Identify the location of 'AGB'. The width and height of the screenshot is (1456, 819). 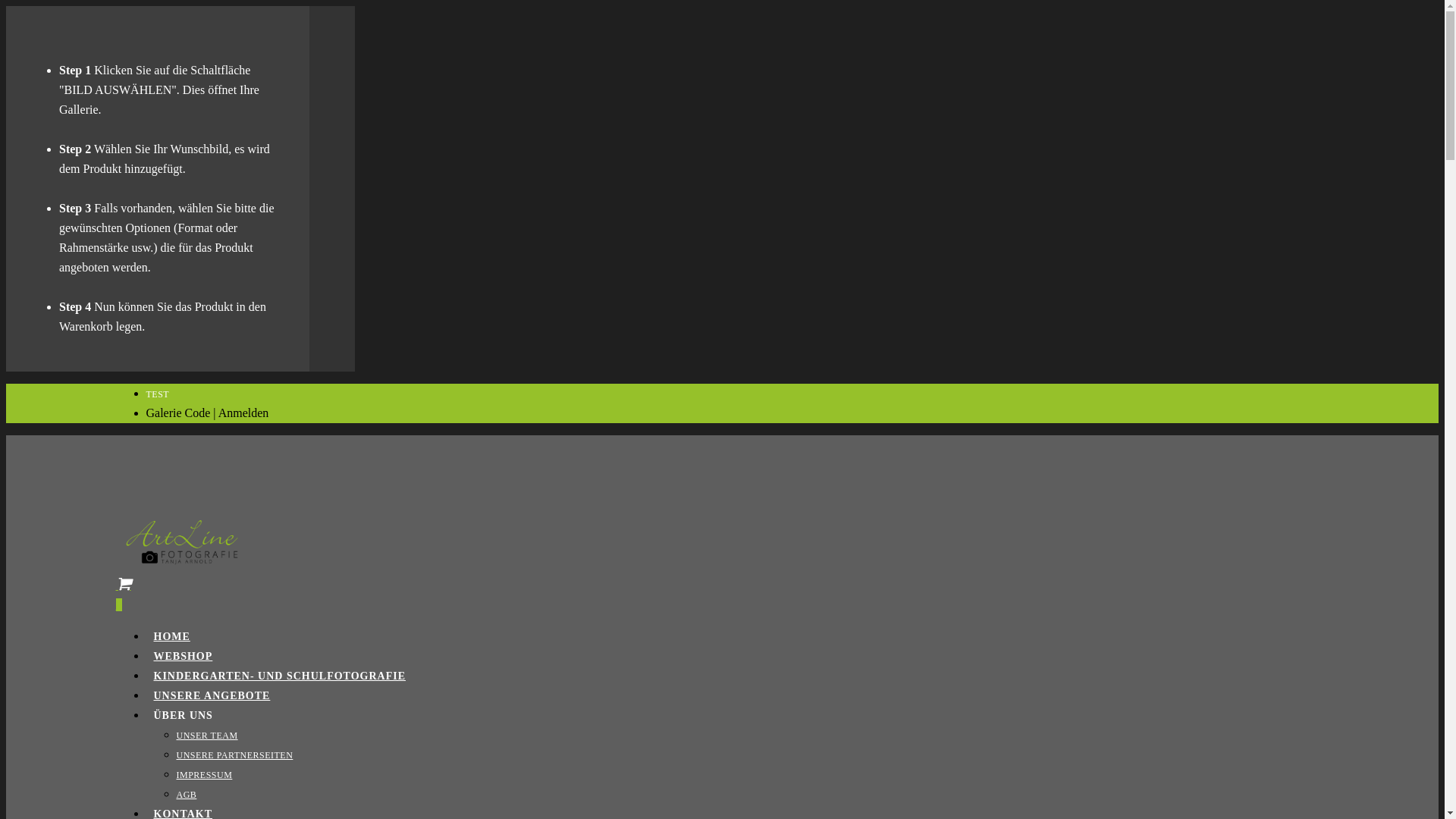
(185, 794).